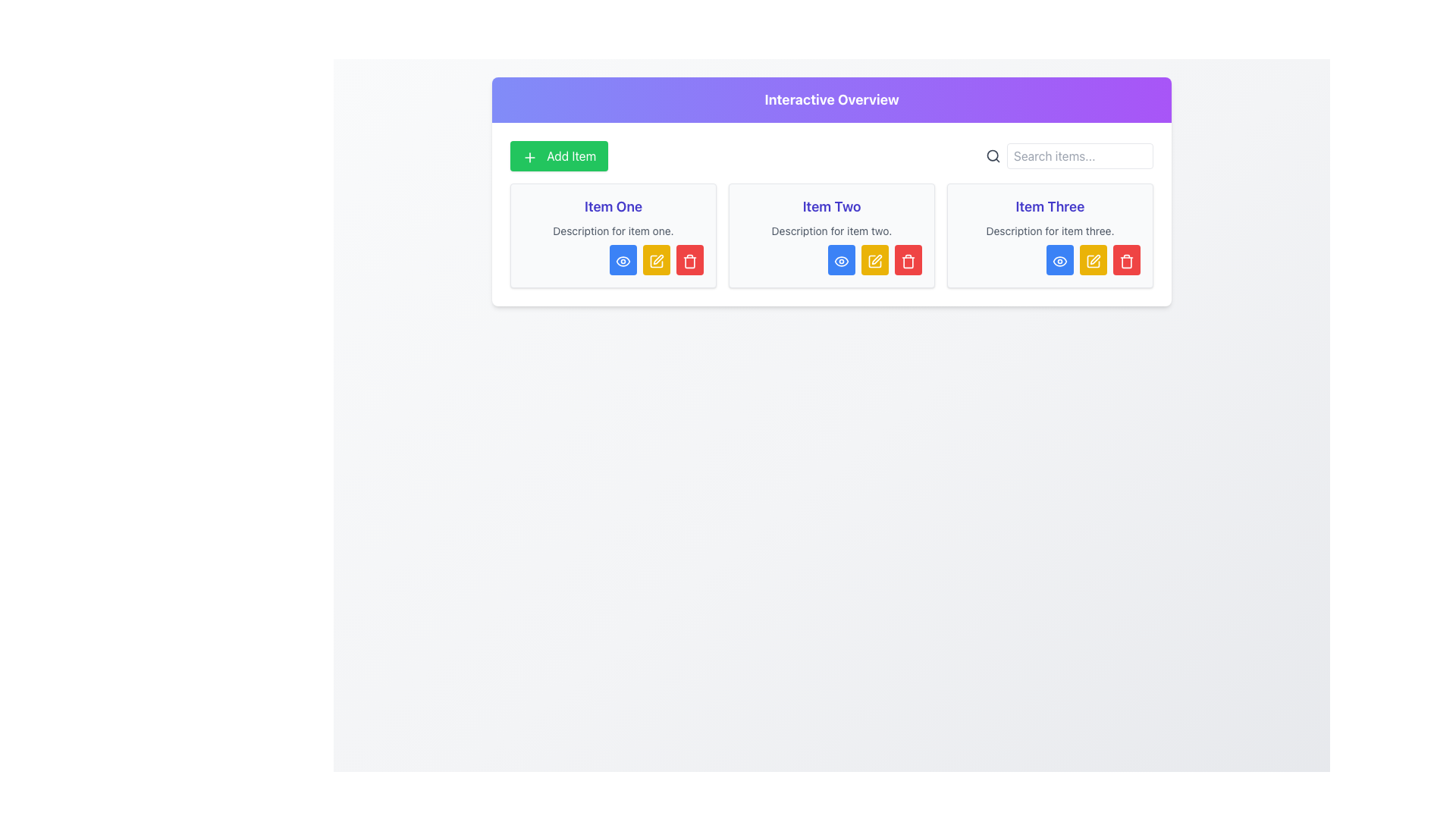 The image size is (1456, 819). What do you see at coordinates (656, 259) in the screenshot?
I see `the icon resembling a pen or pencil shape within the first card labeled 'Item One'` at bounding box center [656, 259].